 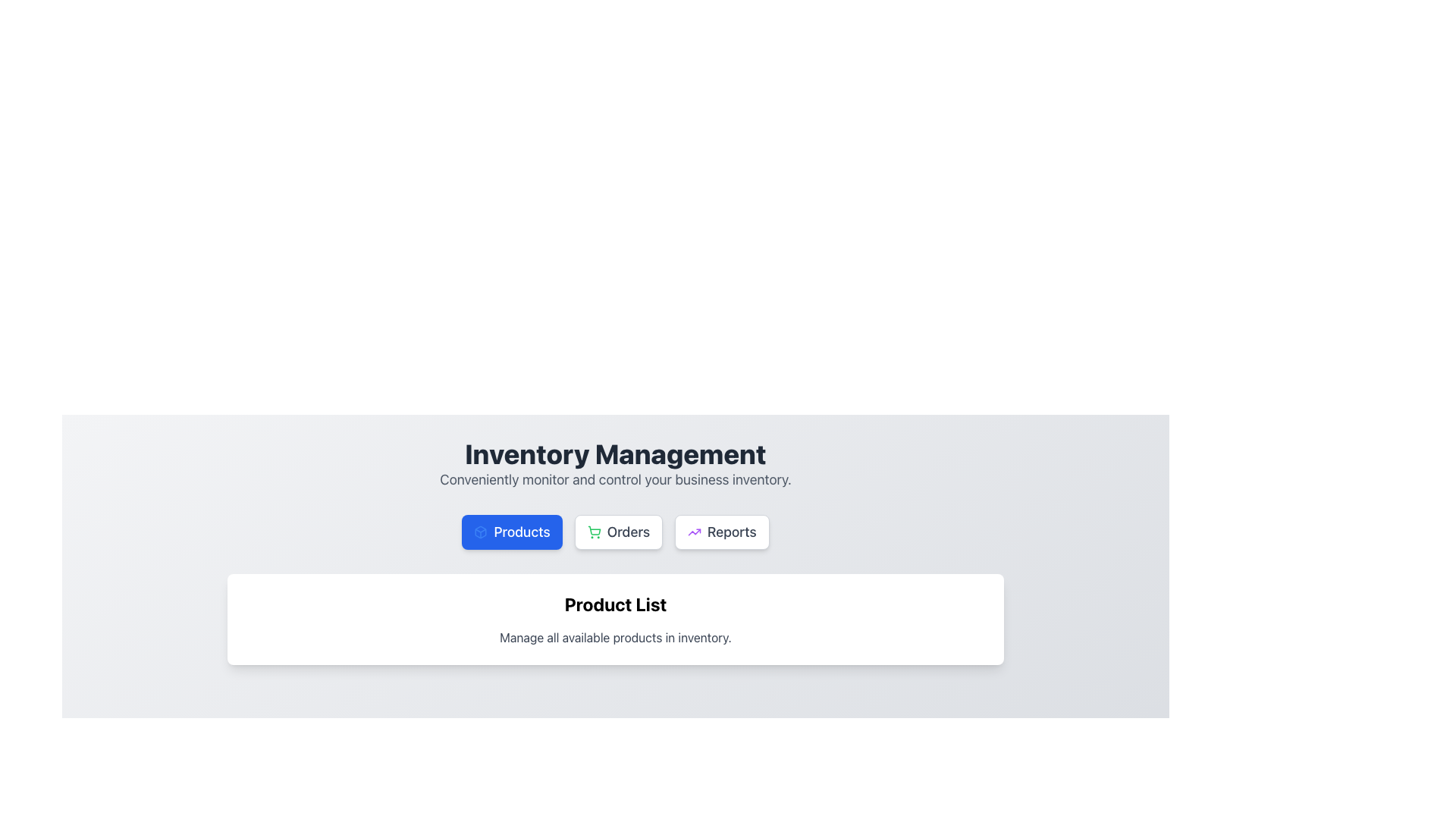 What do you see at coordinates (618, 532) in the screenshot?
I see `the 'Orders' button, which has a white background, gray text, and a green shopping cart icon, located in the navigation bar between 'Products' and 'Reports'` at bounding box center [618, 532].